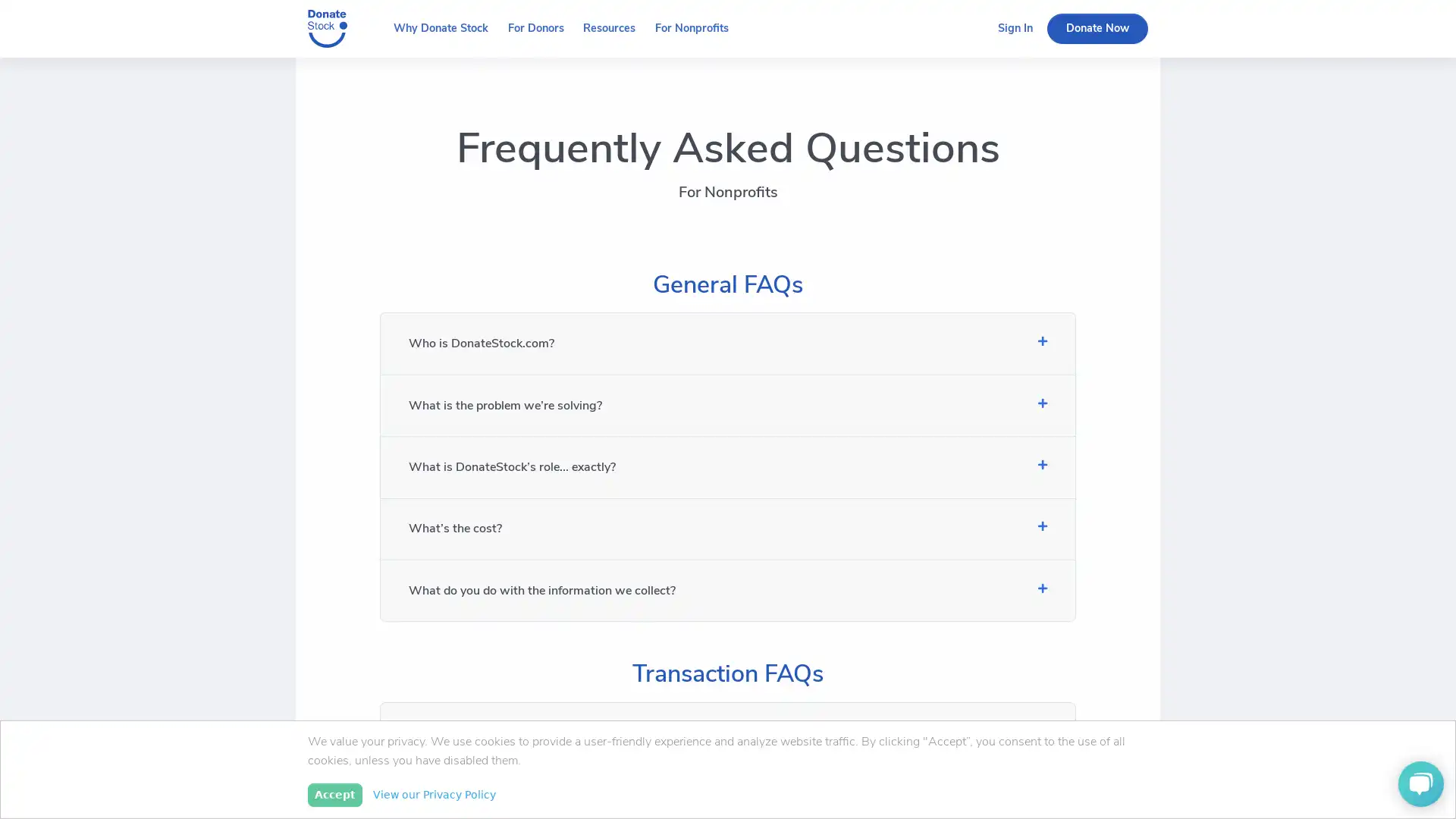 The height and width of the screenshot is (819, 1456). I want to click on What do you do with the information we collect?, so click(726, 589).